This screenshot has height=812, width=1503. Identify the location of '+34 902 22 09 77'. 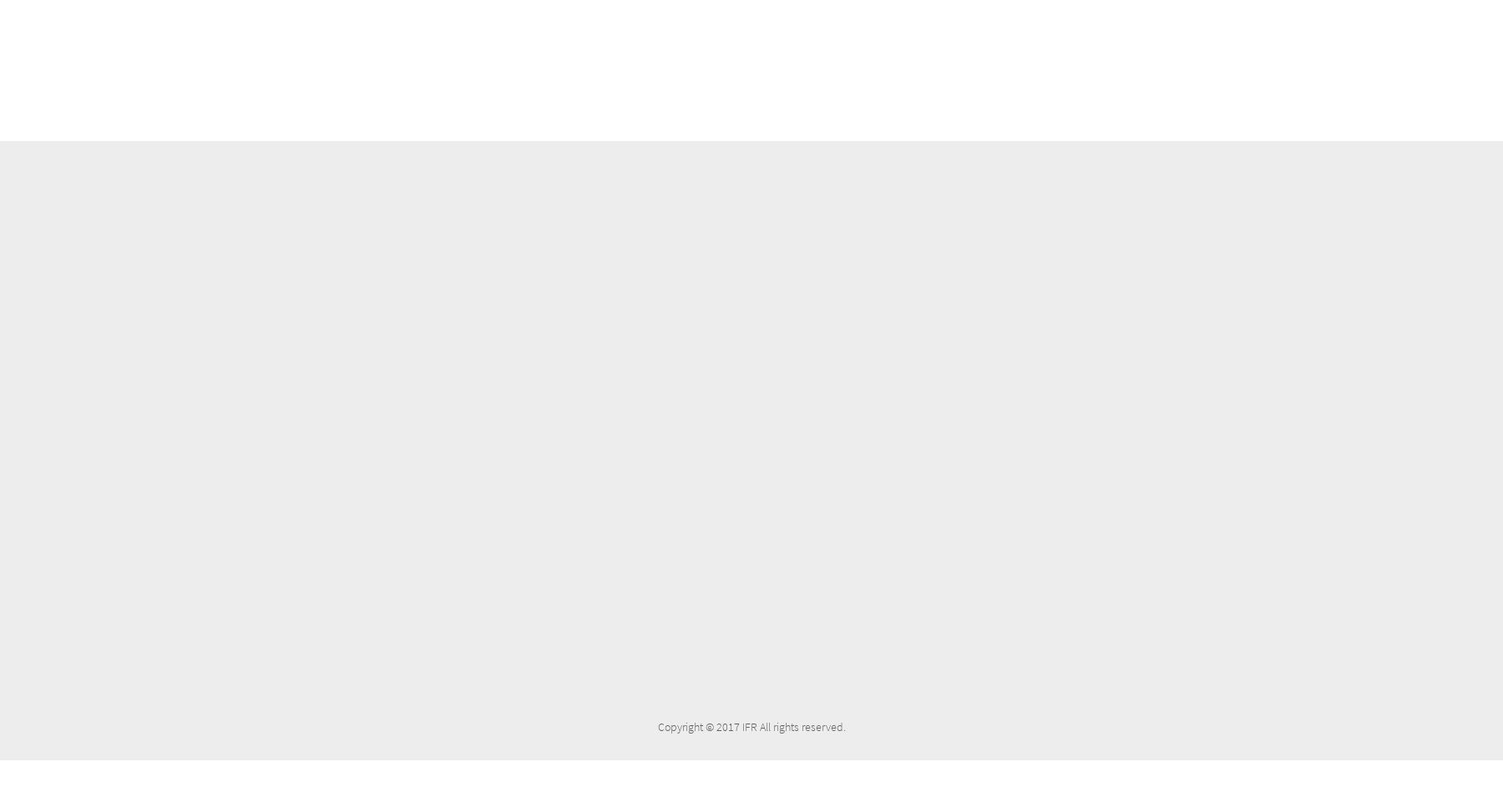
(1127, 330).